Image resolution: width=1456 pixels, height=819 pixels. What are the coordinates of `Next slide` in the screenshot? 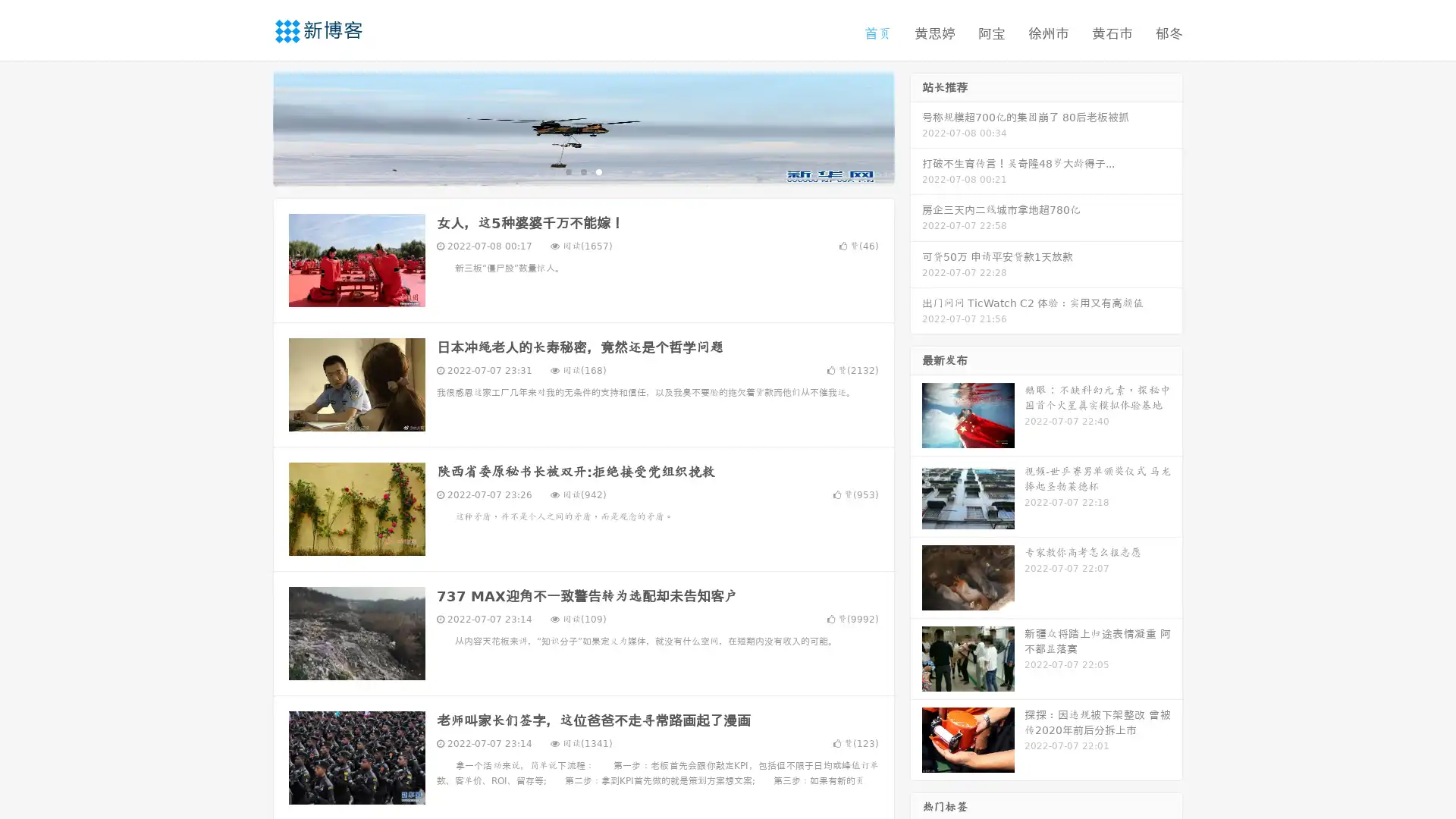 It's located at (916, 127).